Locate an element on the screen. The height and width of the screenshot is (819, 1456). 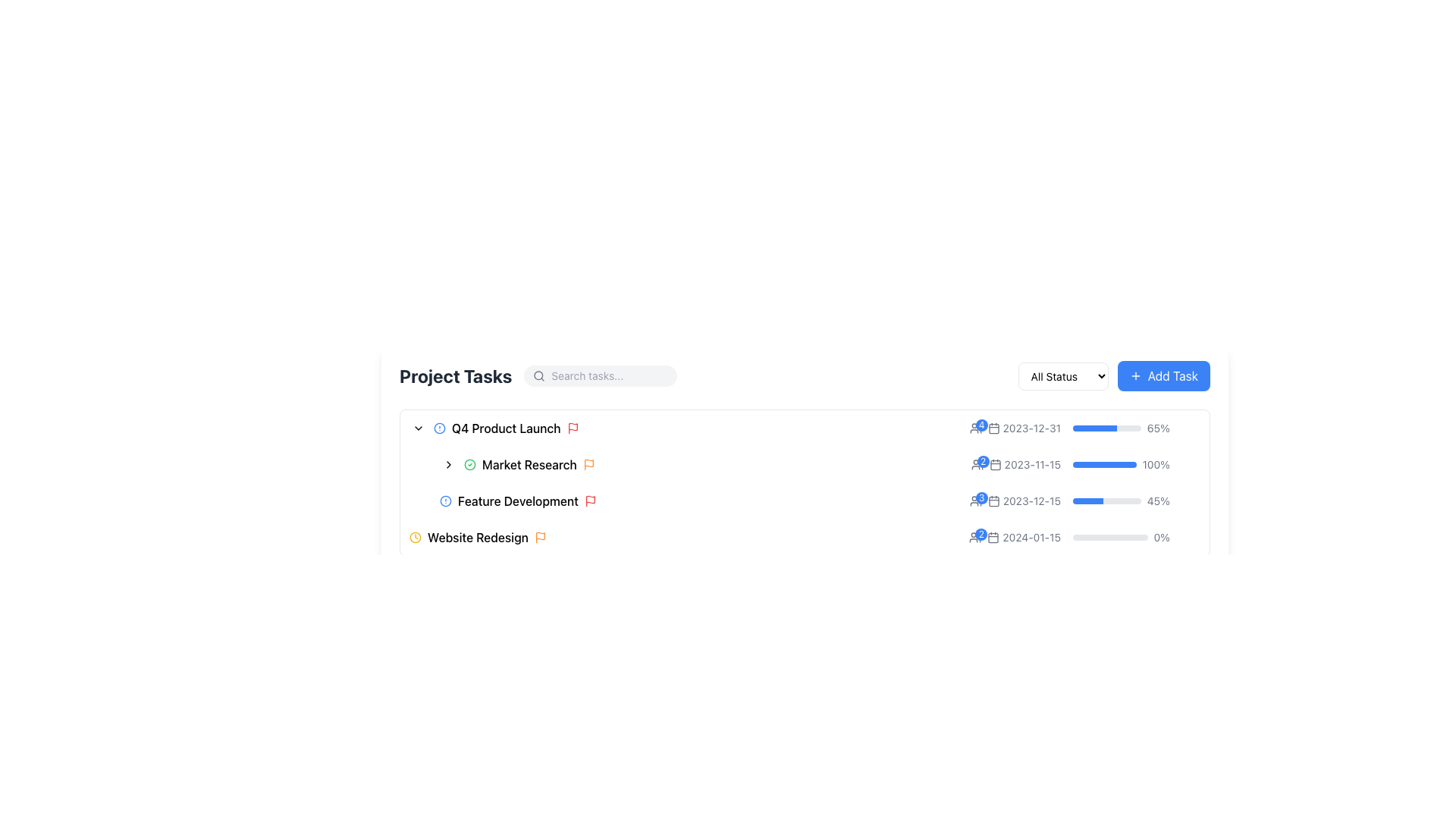
the red flag icon located to the right of the 'Feature Development' text under the 'Project Tasks' section is located at coordinates (589, 500).